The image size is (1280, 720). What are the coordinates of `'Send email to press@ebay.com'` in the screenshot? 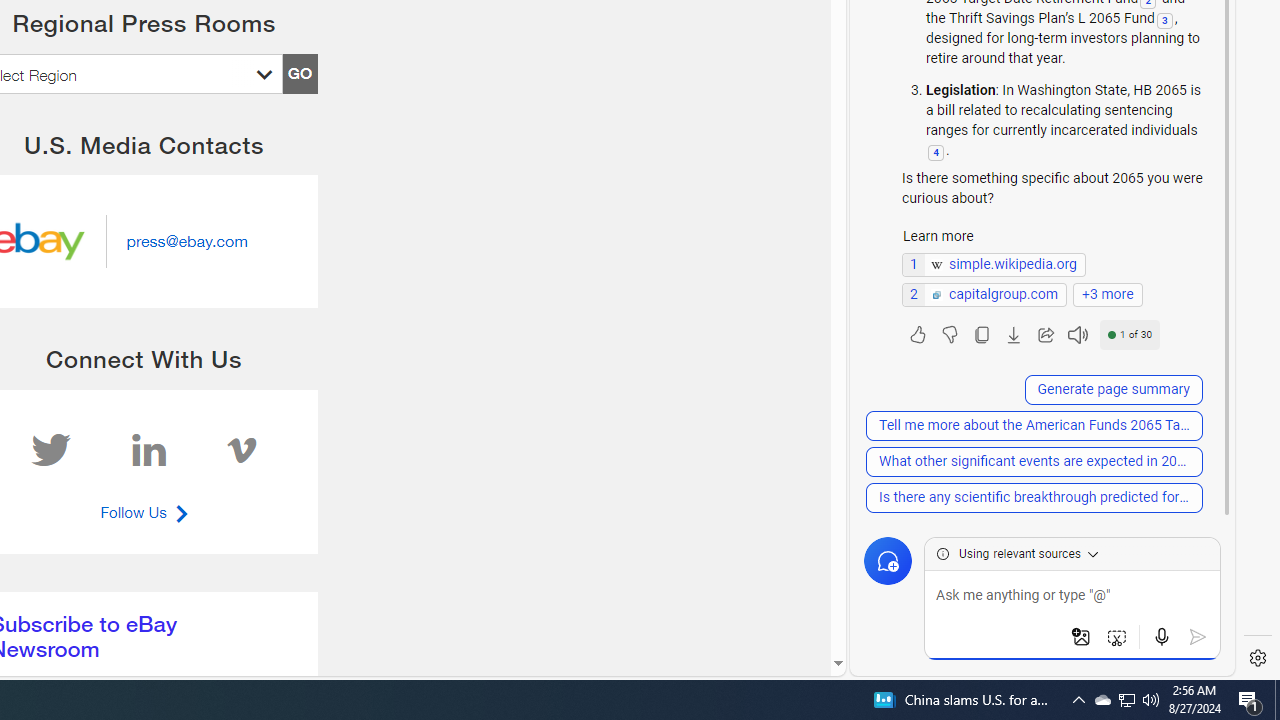 It's located at (186, 240).